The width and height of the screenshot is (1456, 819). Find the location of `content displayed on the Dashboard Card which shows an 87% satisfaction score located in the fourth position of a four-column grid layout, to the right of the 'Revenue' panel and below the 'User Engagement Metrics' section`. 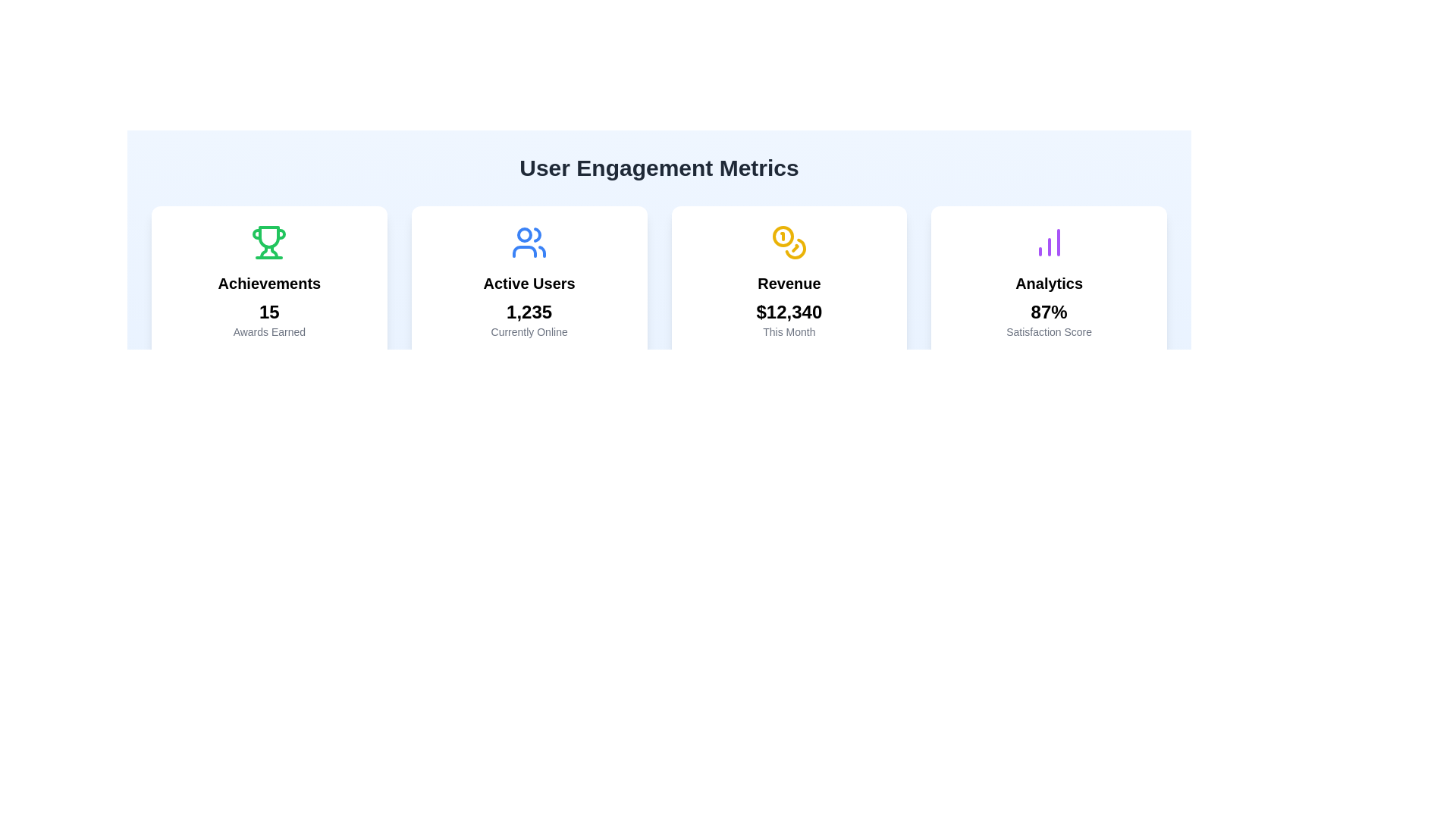

content displayed on the Dashboard Card which shows an 87% satisfaction score located in the fourth position of a four-column grid layout, to the right of the 'Revenue' panel and below the 'User Engagement Metrics' section is located at coordinates (1048, 281).